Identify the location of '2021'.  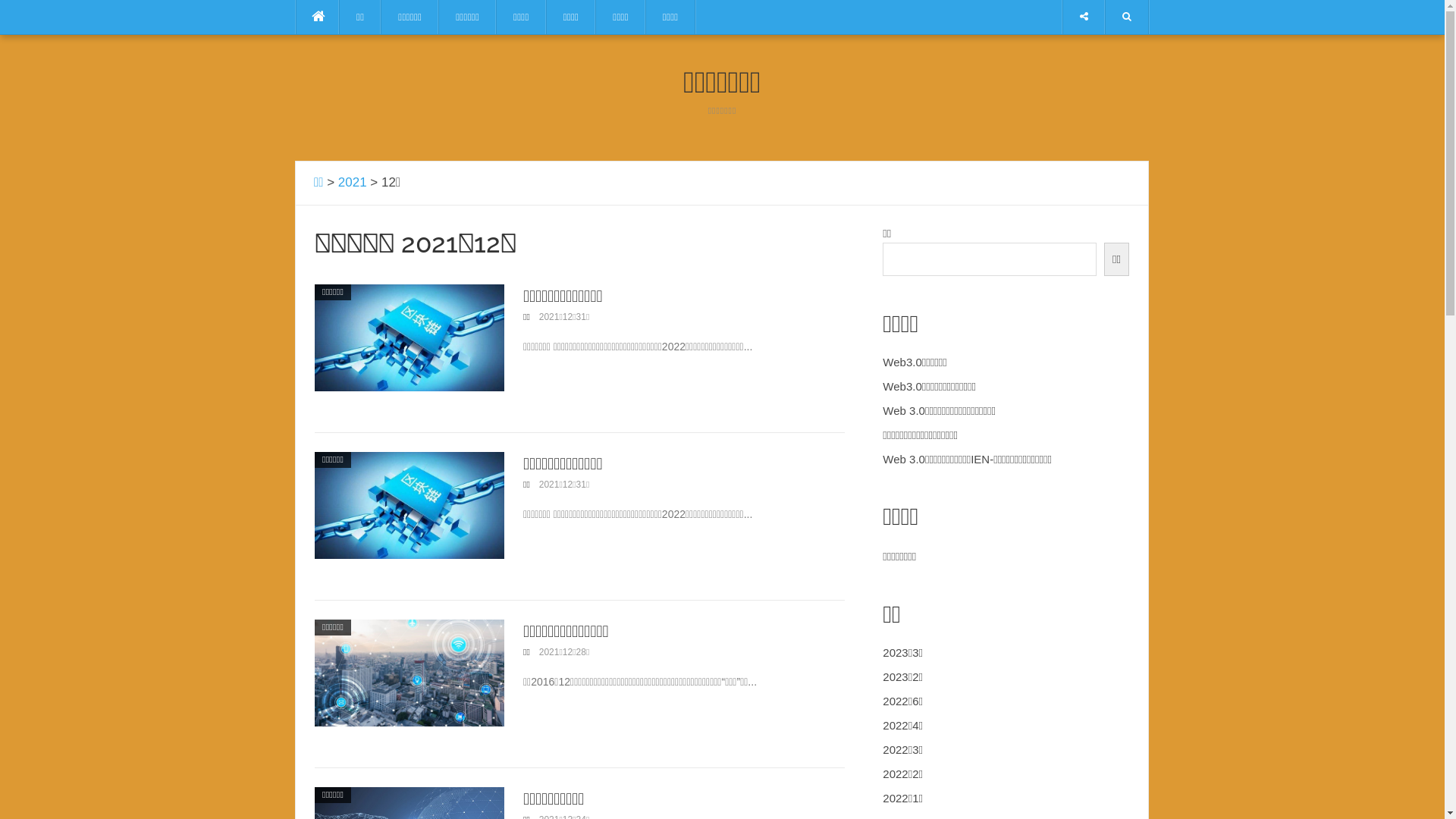
(352, 181).